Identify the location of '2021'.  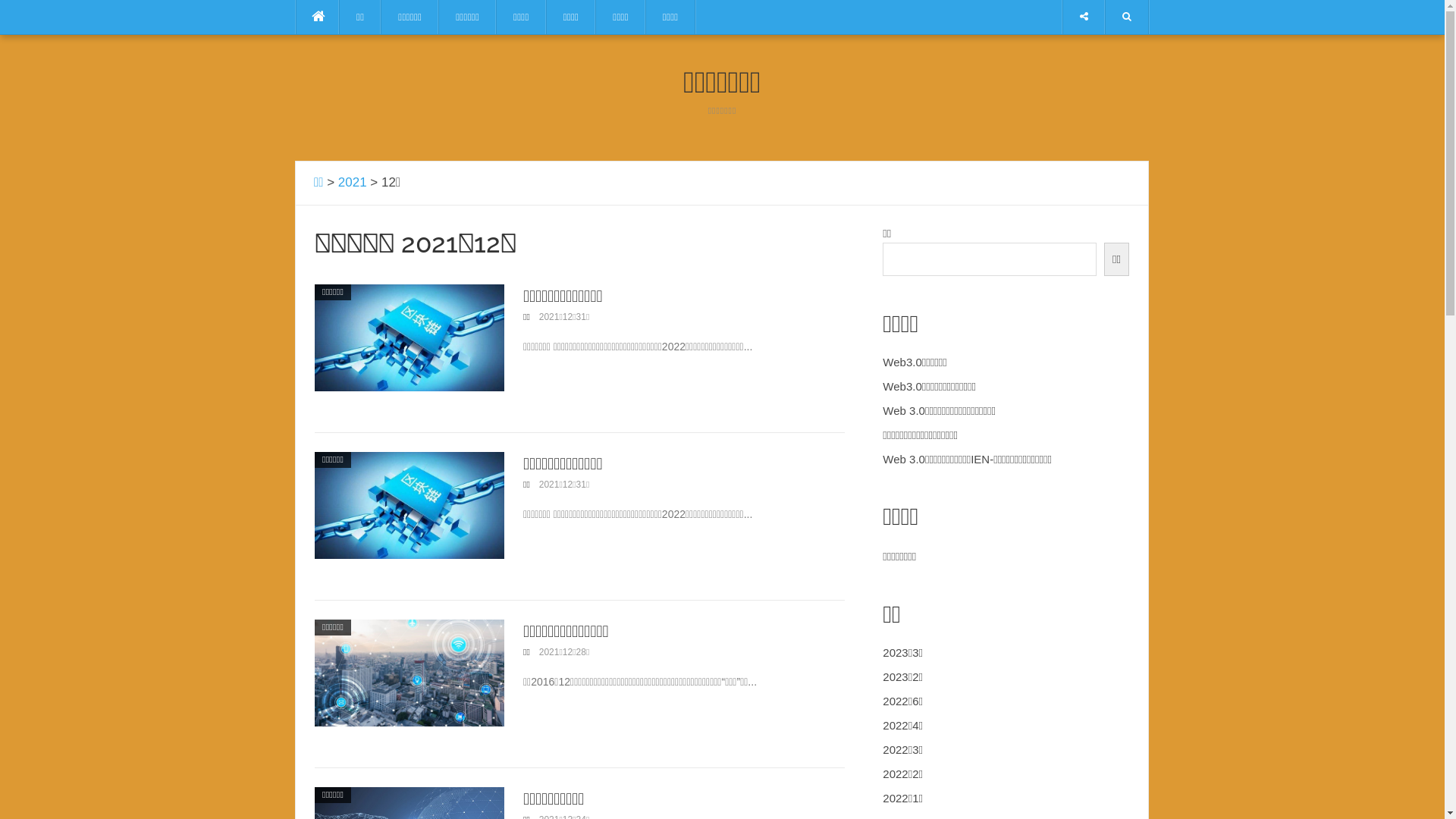
(352, 181).